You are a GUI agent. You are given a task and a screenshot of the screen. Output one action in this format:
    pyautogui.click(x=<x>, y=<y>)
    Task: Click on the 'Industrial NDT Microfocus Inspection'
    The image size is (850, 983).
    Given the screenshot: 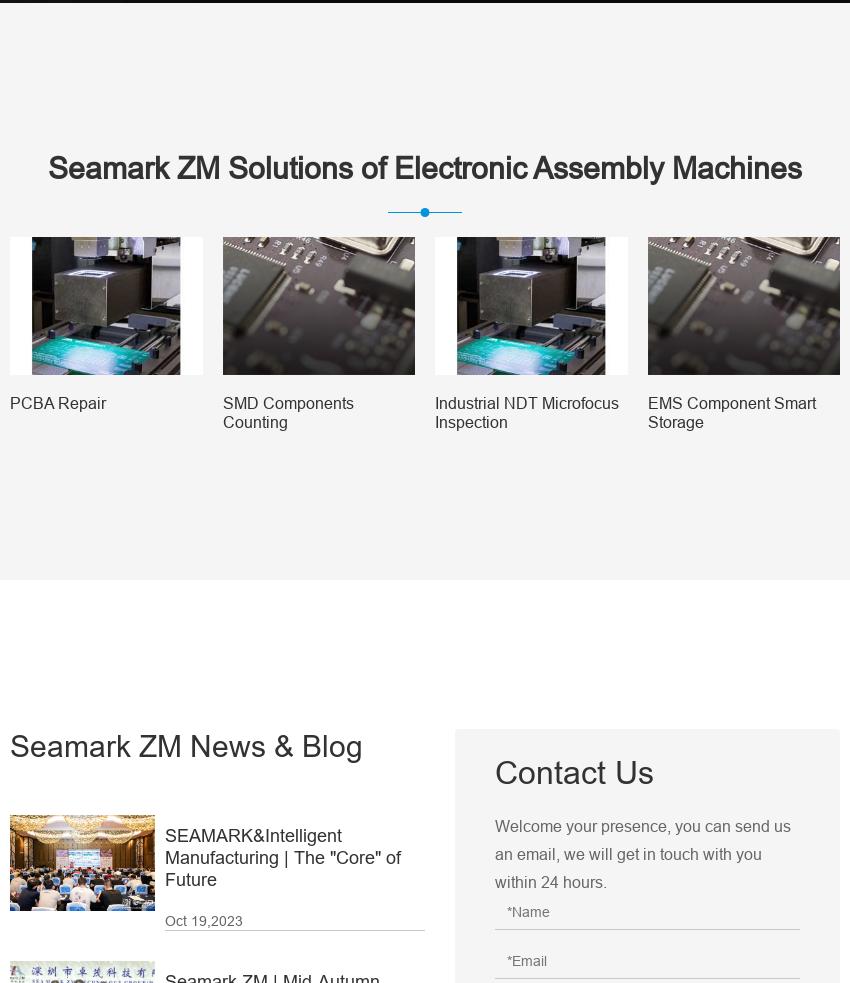 What is the action you would take?
    pyautogui.click(x=526, y=411)
    